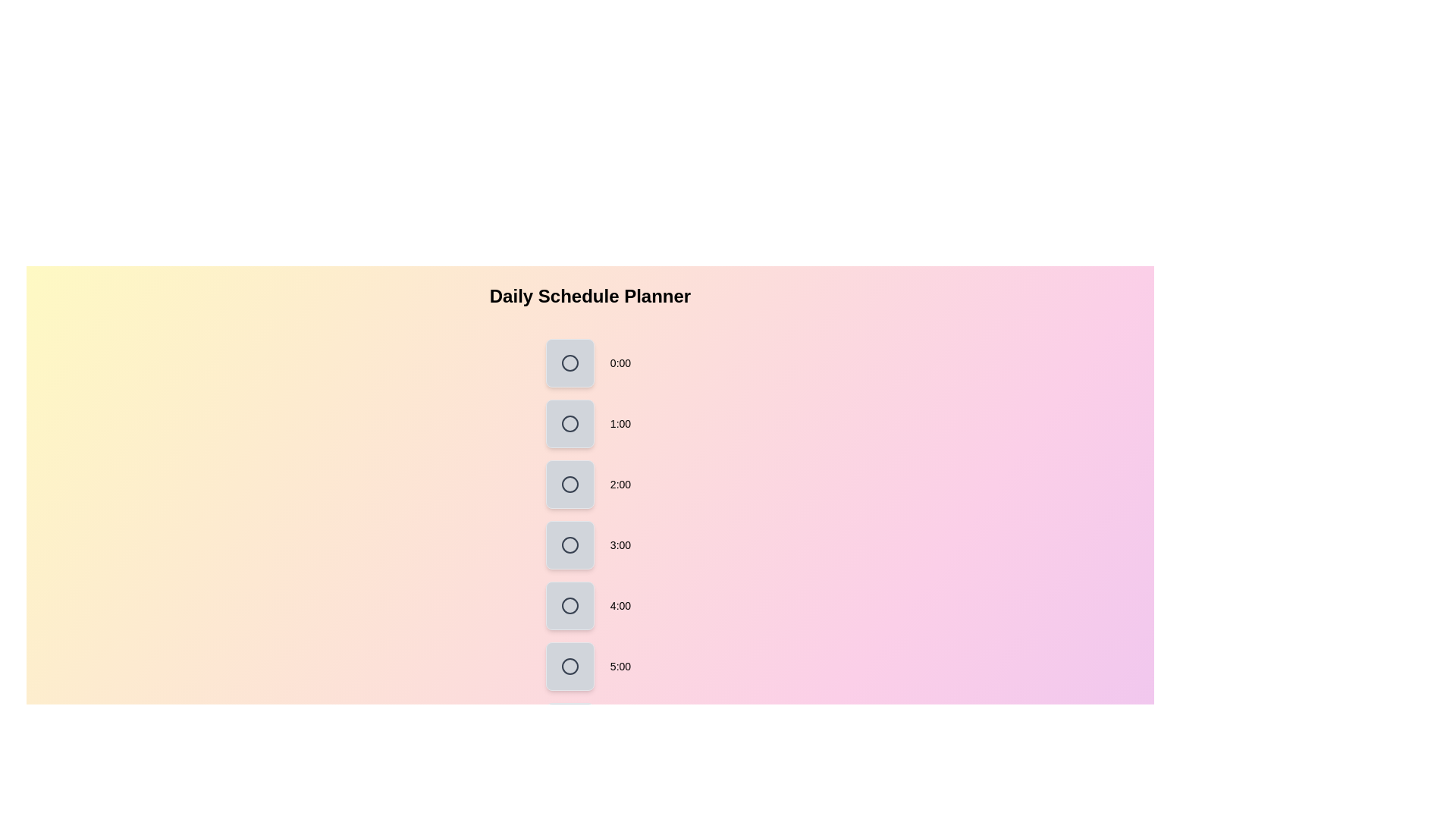  I want to click on the hour block corresponding to 0:00, so click(570, 362).